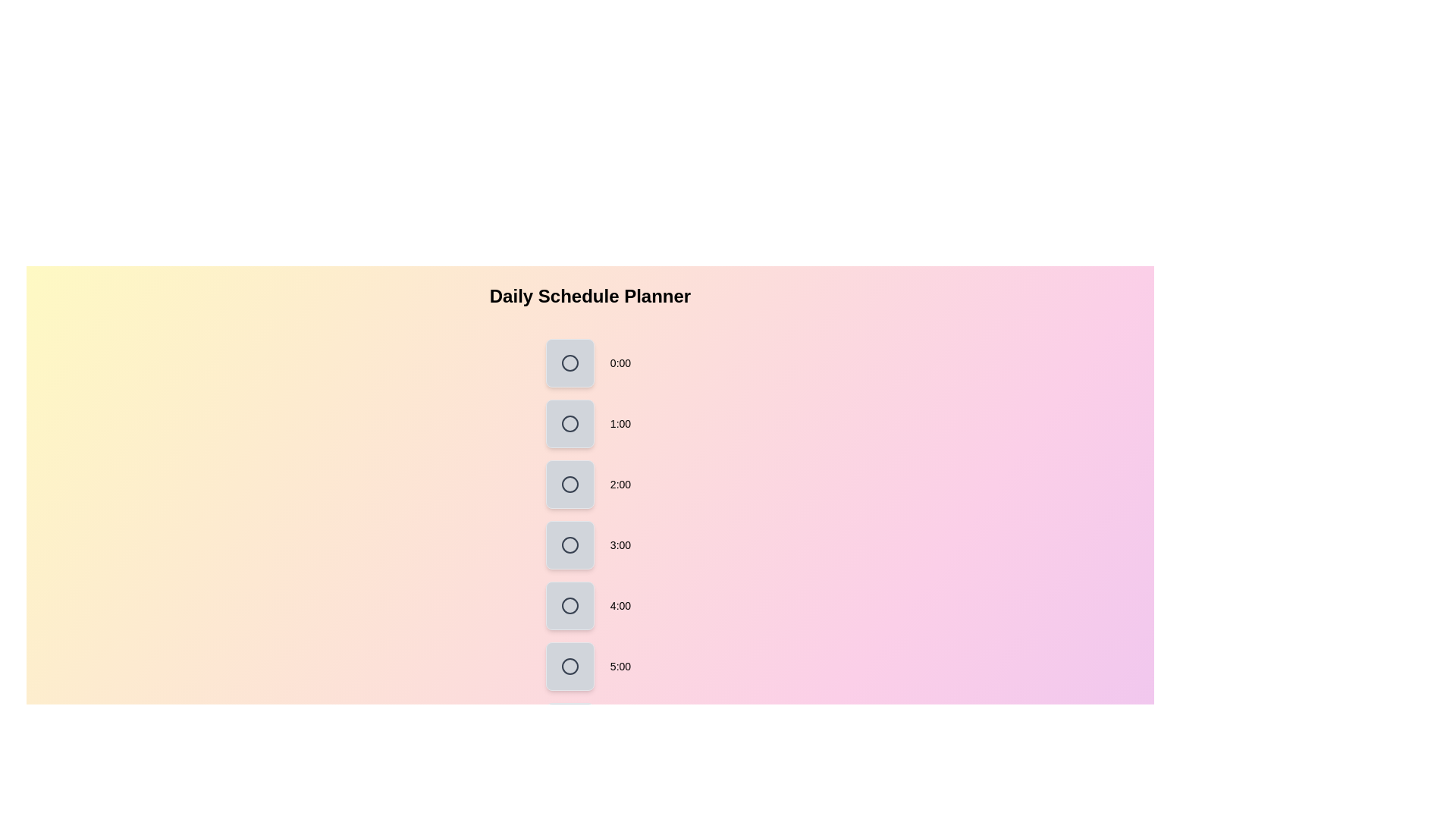  I want to click on the hour block corresponding to 0:00, so click(570, 362).